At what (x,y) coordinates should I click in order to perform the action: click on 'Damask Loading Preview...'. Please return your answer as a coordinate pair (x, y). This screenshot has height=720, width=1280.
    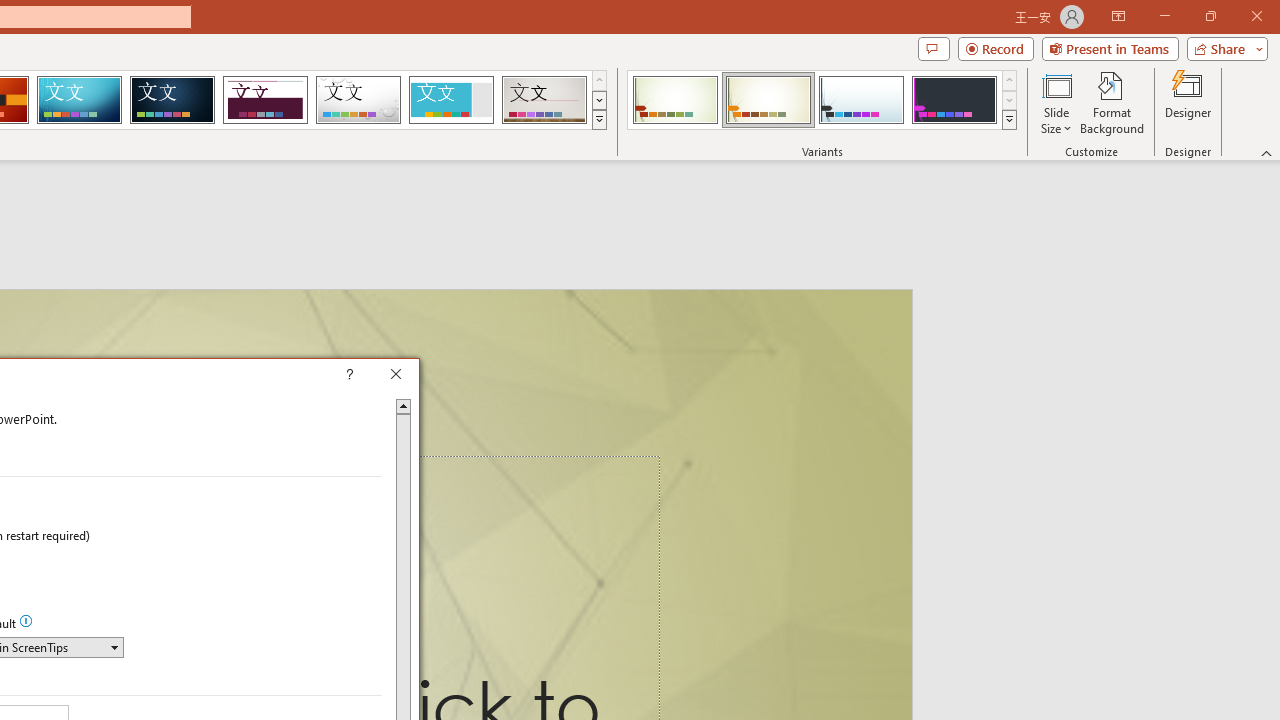
    Looking at the image, I should click on (172, 100).